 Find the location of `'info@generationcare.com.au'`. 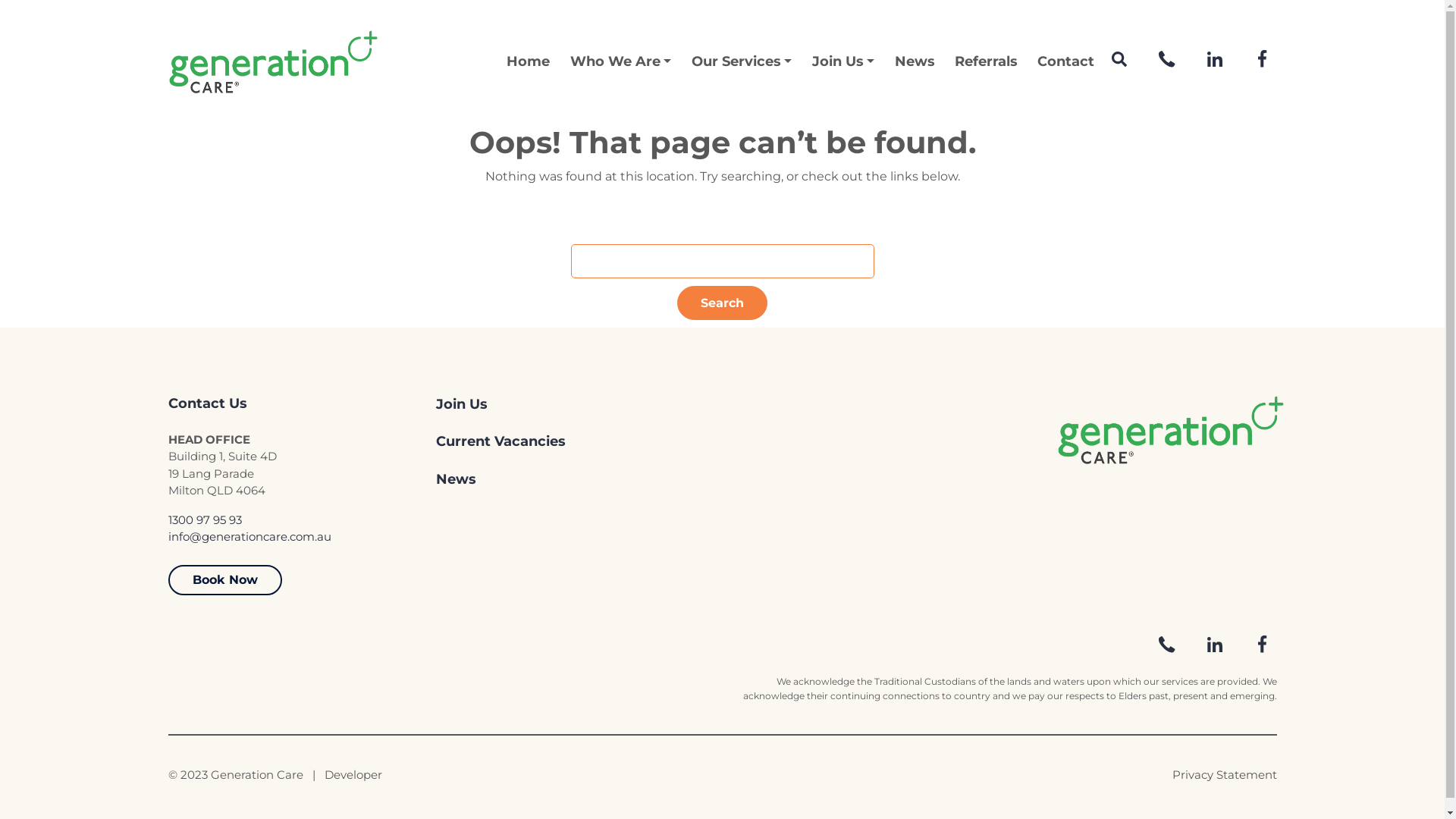

'info@generationcare.com.au' is located at coordinates (168, 535).